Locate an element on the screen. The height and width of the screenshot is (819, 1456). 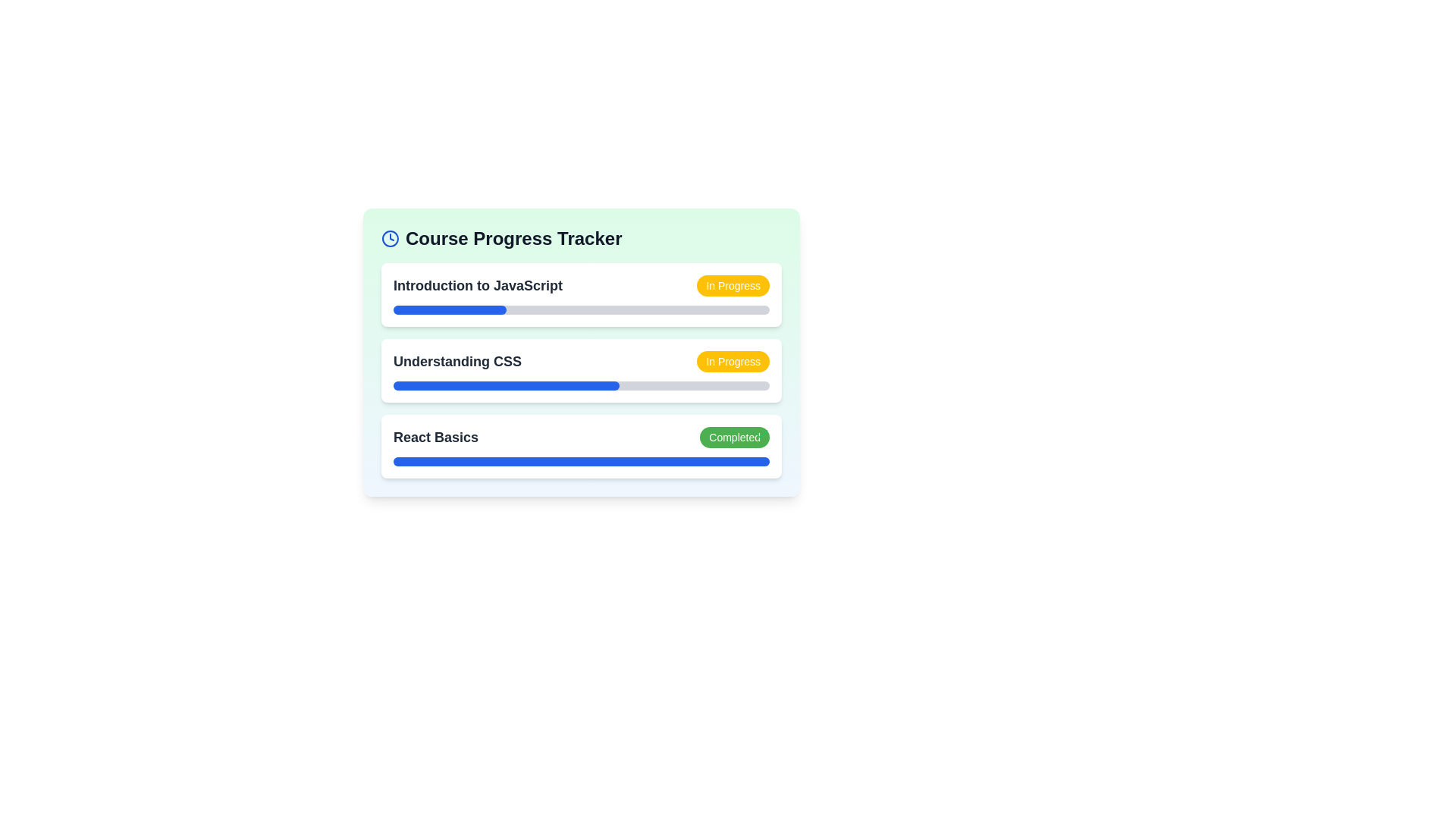
the 'React Basics' course entry in the progress tracker which shows its completion status as 'Completed' is located at coordinates (581, 438).